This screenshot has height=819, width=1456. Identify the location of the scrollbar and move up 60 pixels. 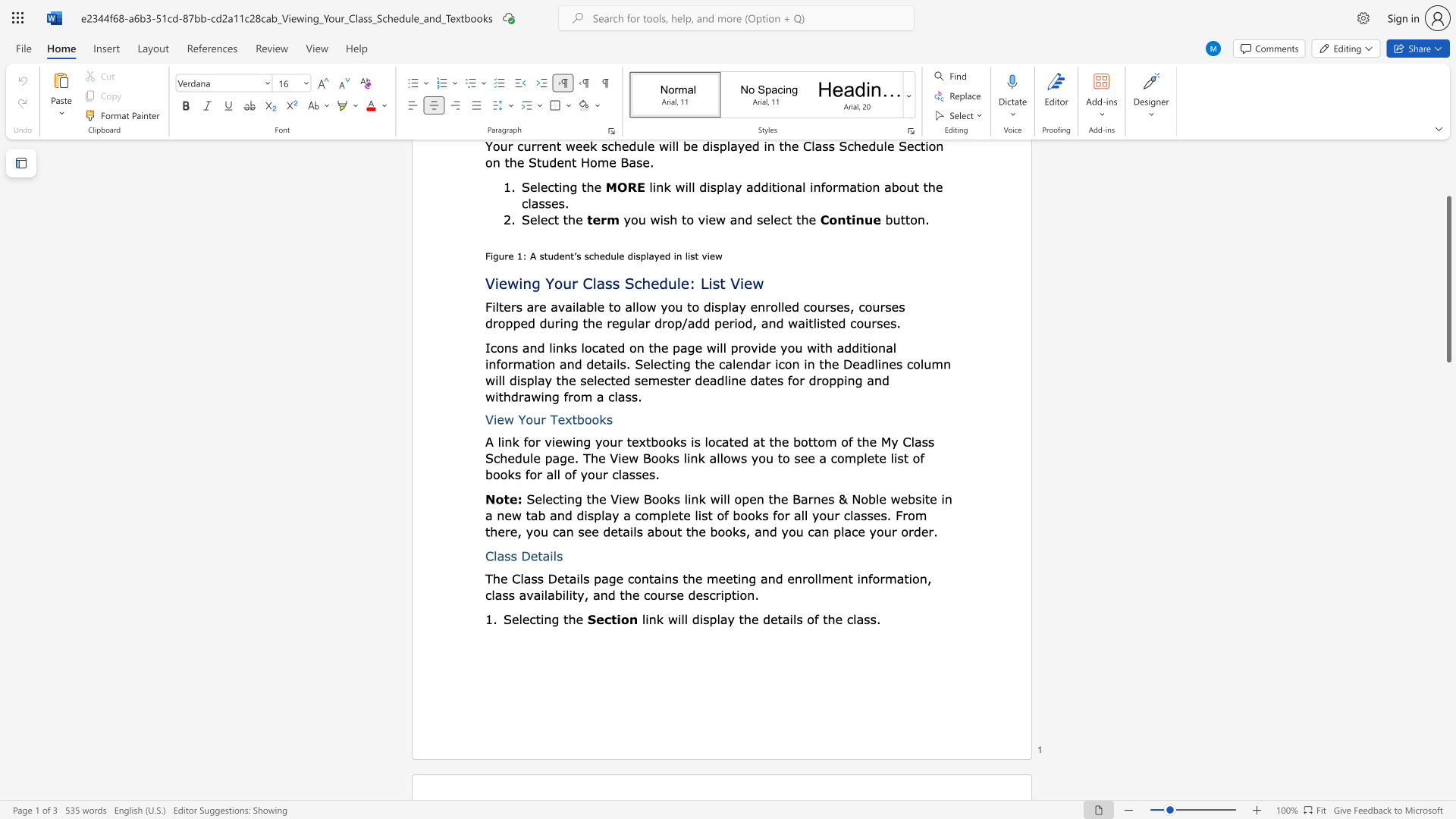
(1448, 279).